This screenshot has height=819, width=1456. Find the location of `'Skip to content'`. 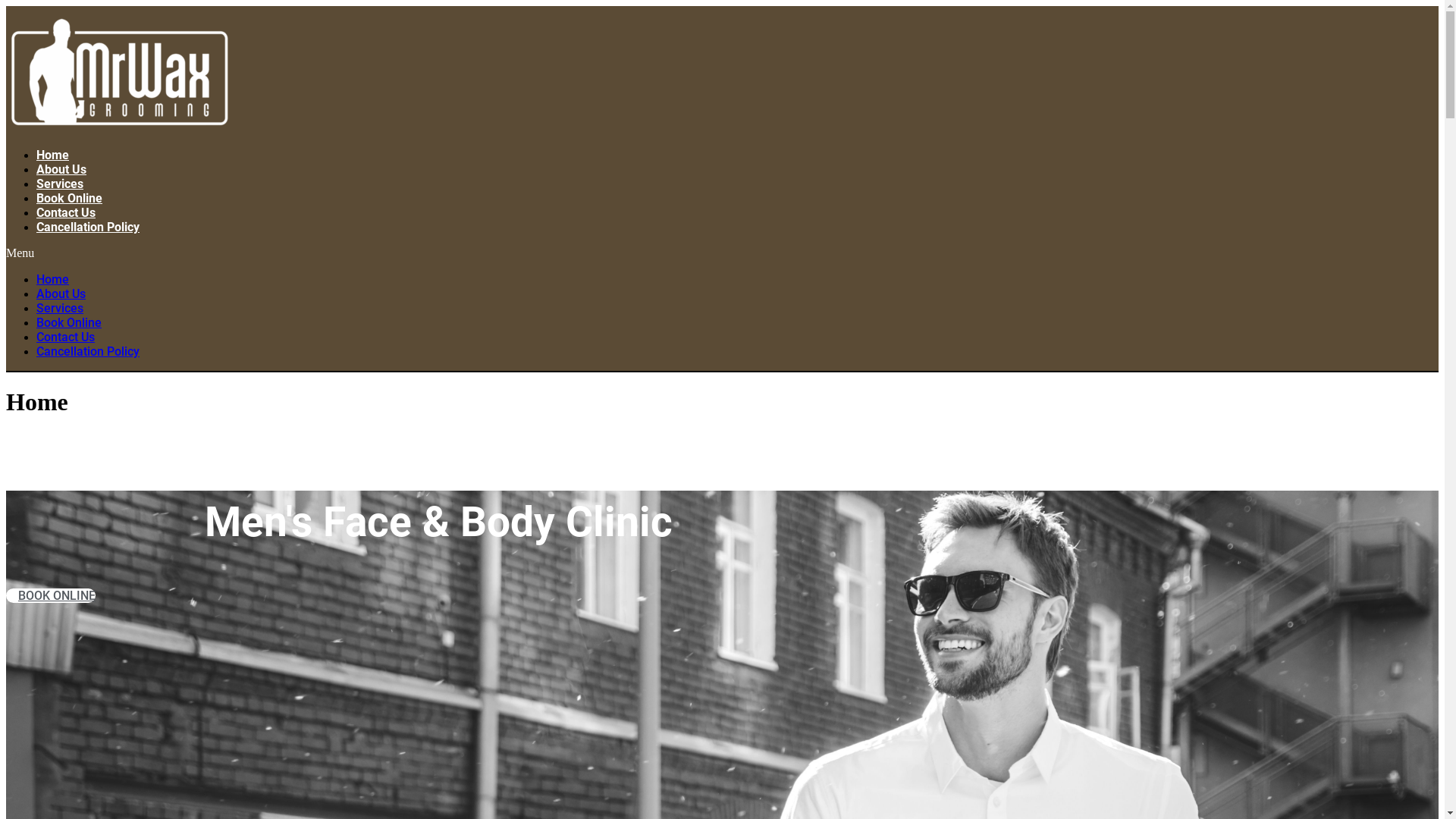

'Skip to content' is located at coordinates (5, 5).